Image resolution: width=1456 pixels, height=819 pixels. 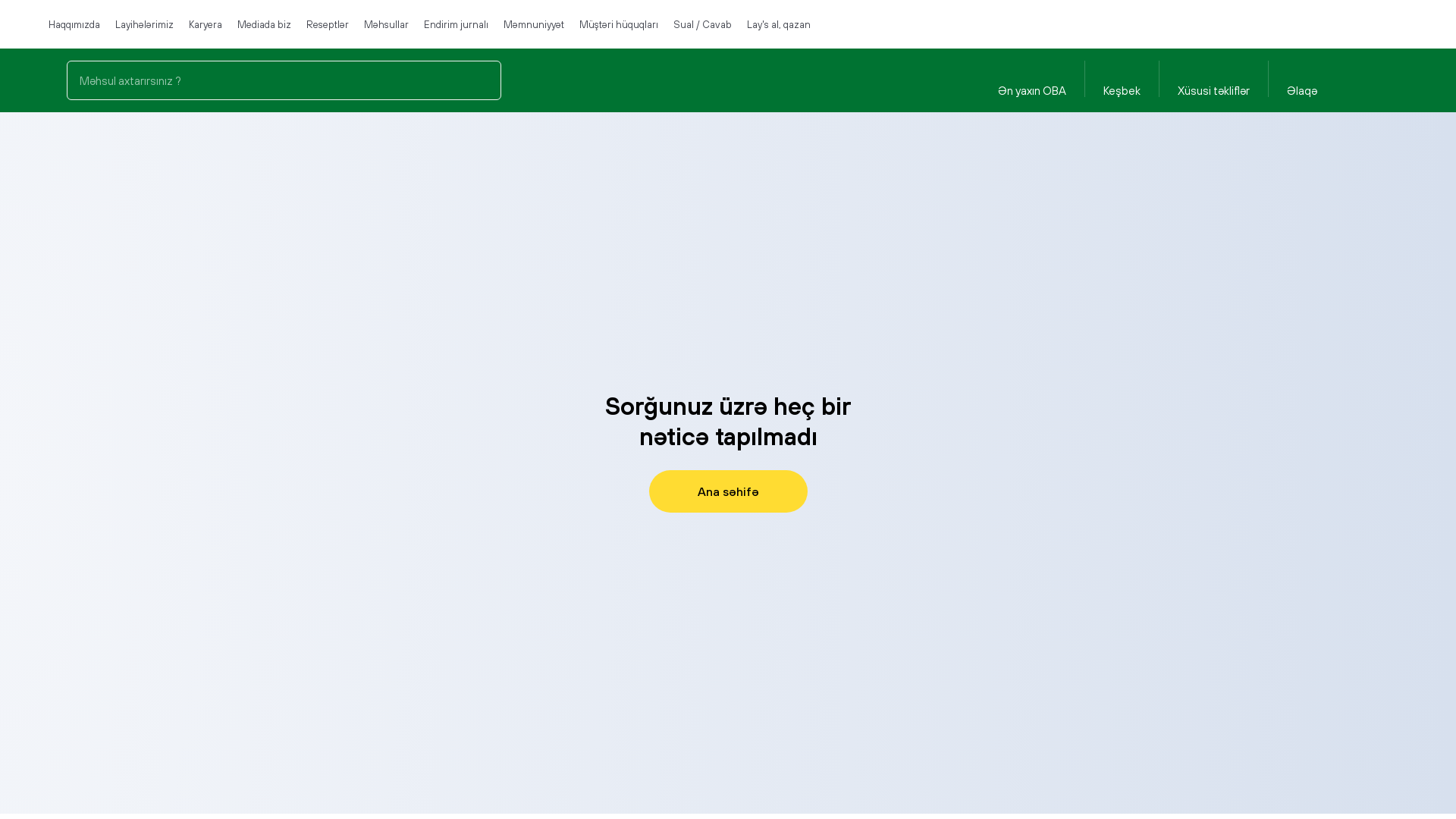 What do you see at coordinates (779, 24) in the screenshot?
I see `'Lay's al, qazan'` at bounding box center [779, 24].